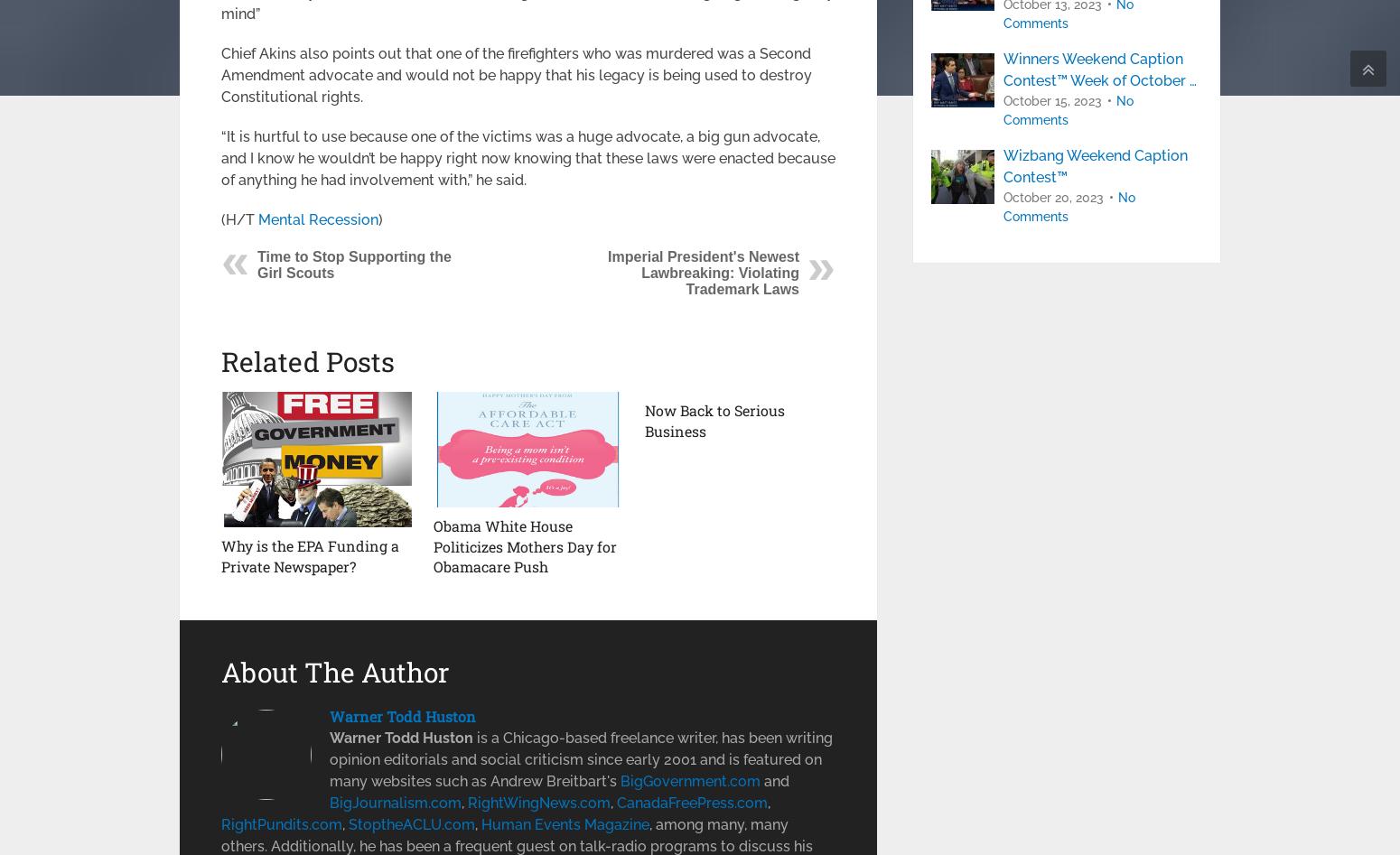 The width and height of the screenshot is (1400, 855). What do you see at coordinates (1096, 165) in the screenshot?
I see `'Wizbang Weekend Caption Contest™'` at bounding box center [1096, 165].